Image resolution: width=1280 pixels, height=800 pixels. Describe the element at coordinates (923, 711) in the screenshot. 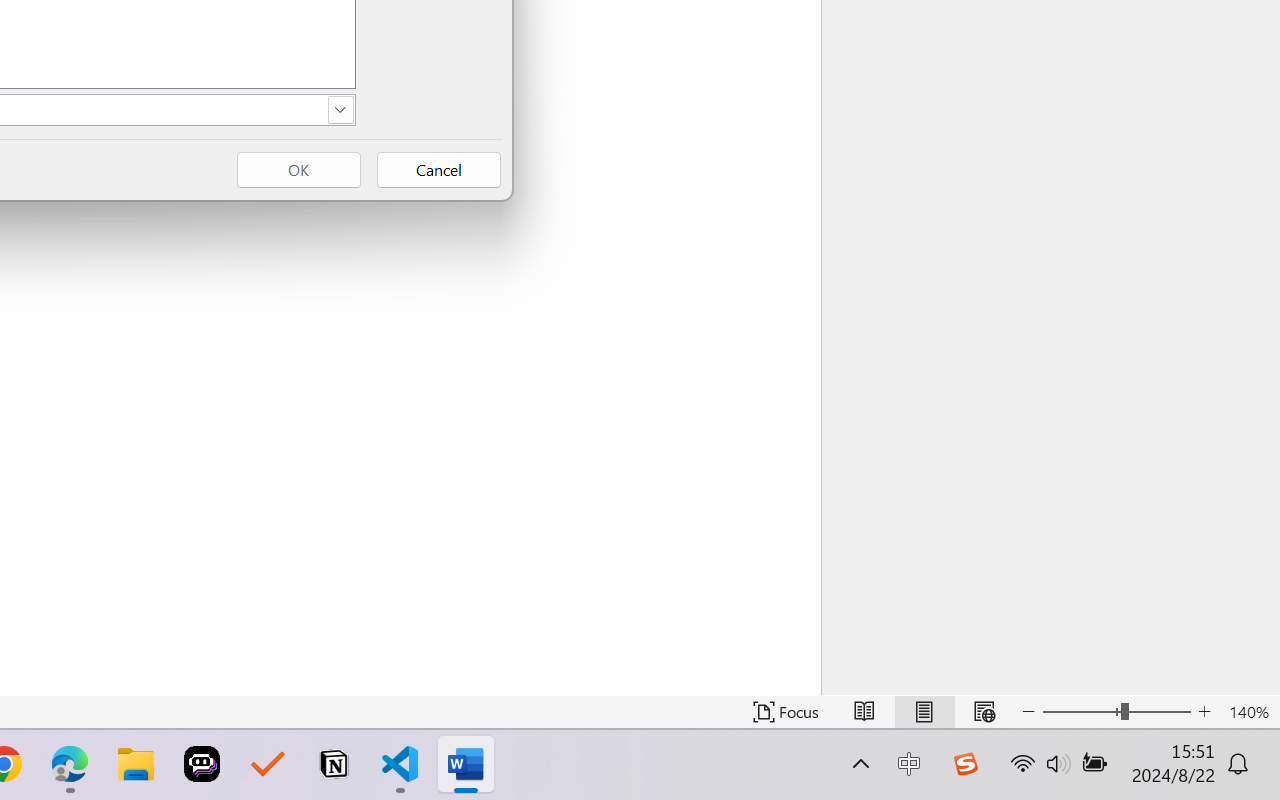

I see `'Print Layout'` at that location.